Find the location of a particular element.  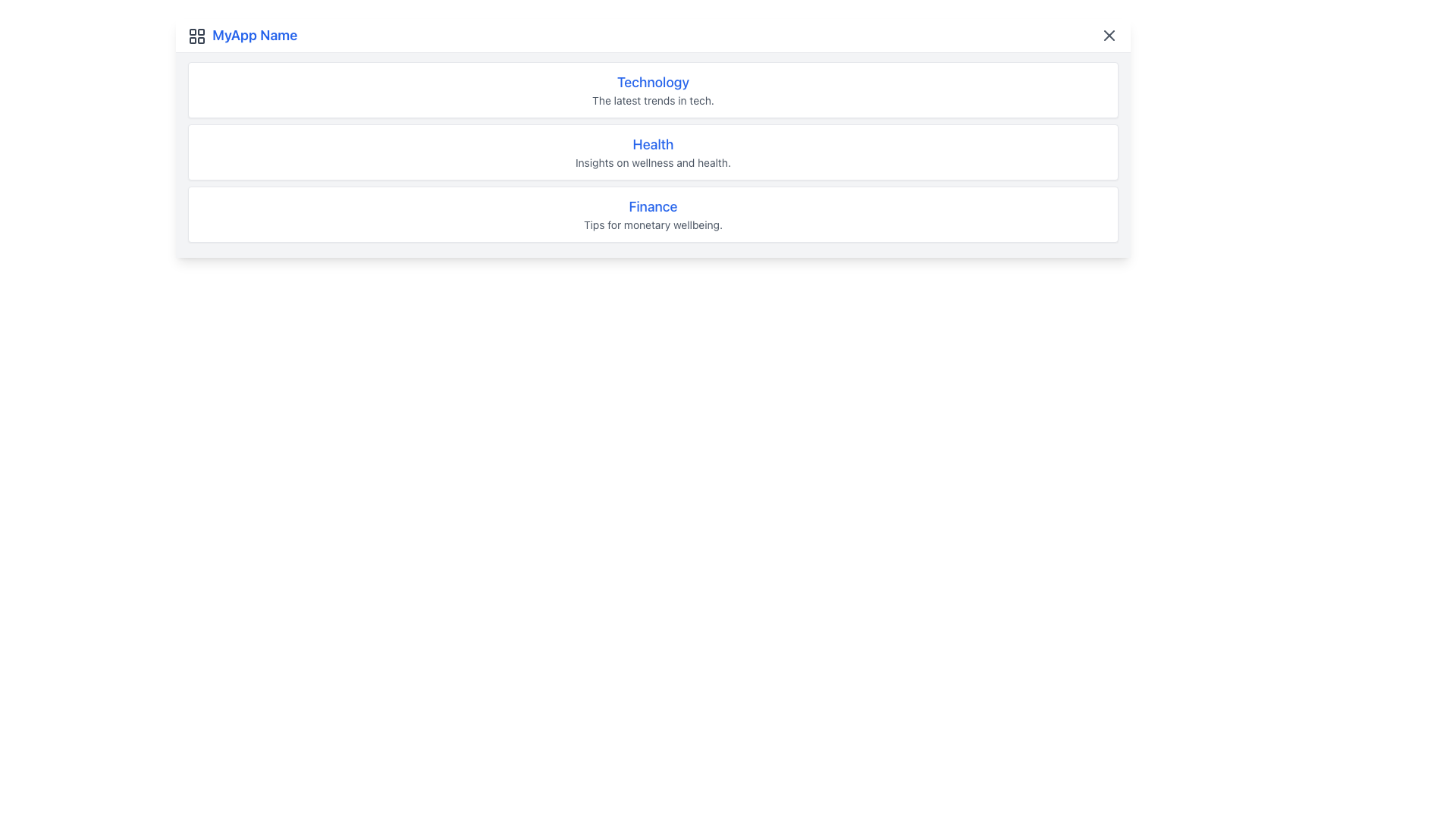

text label displaying 'Tips for monetary wellbeing.' which is located directly underneath the bold blue title 'Finance.' is located at coordinates (653, 225).